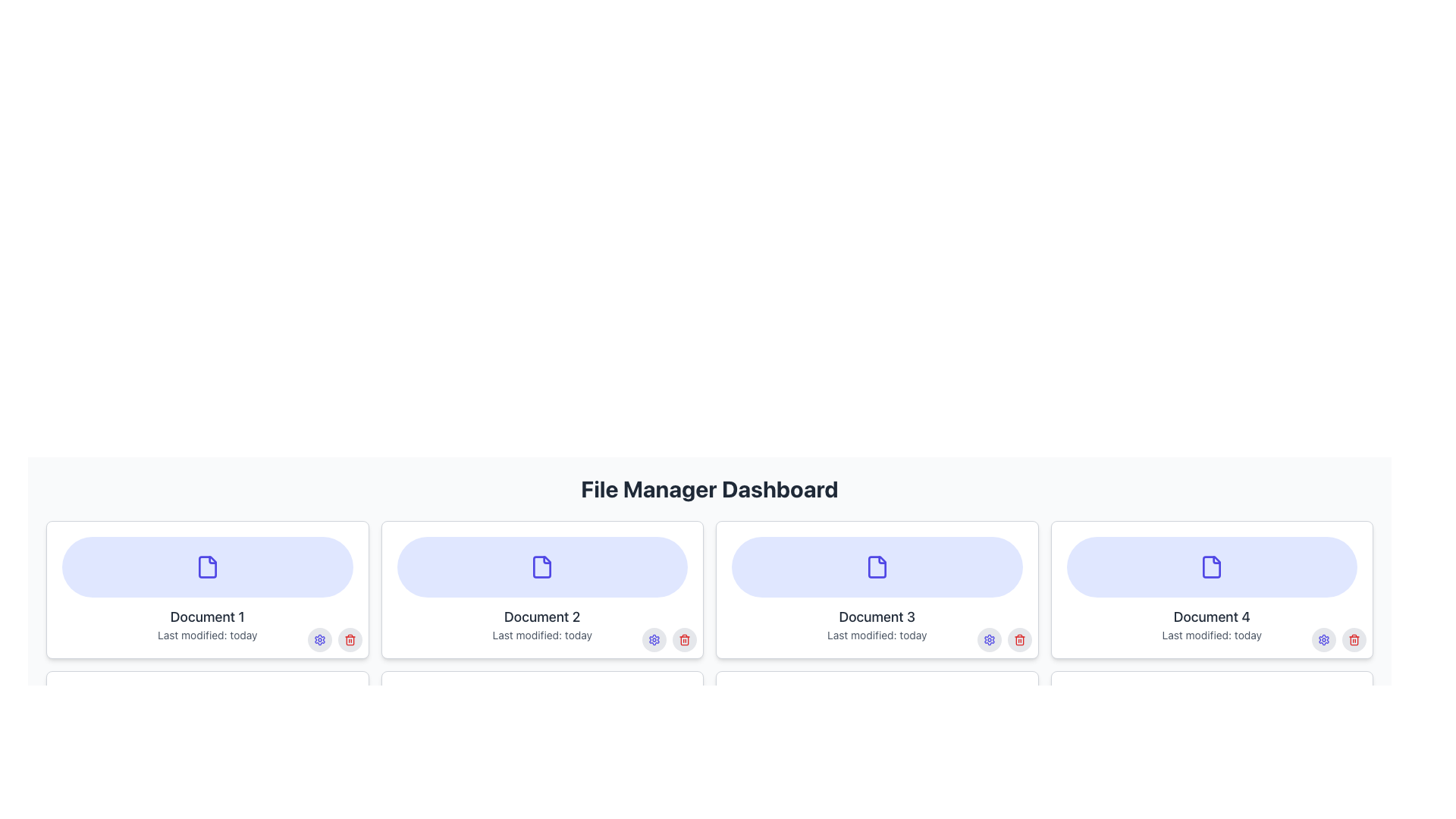  What do you see at coordinates (683, 640) in the screenshot?
I see `the red trash icon button located at the bottom-right corner of the 'Document 2' card` at bounding box center [683, 640].